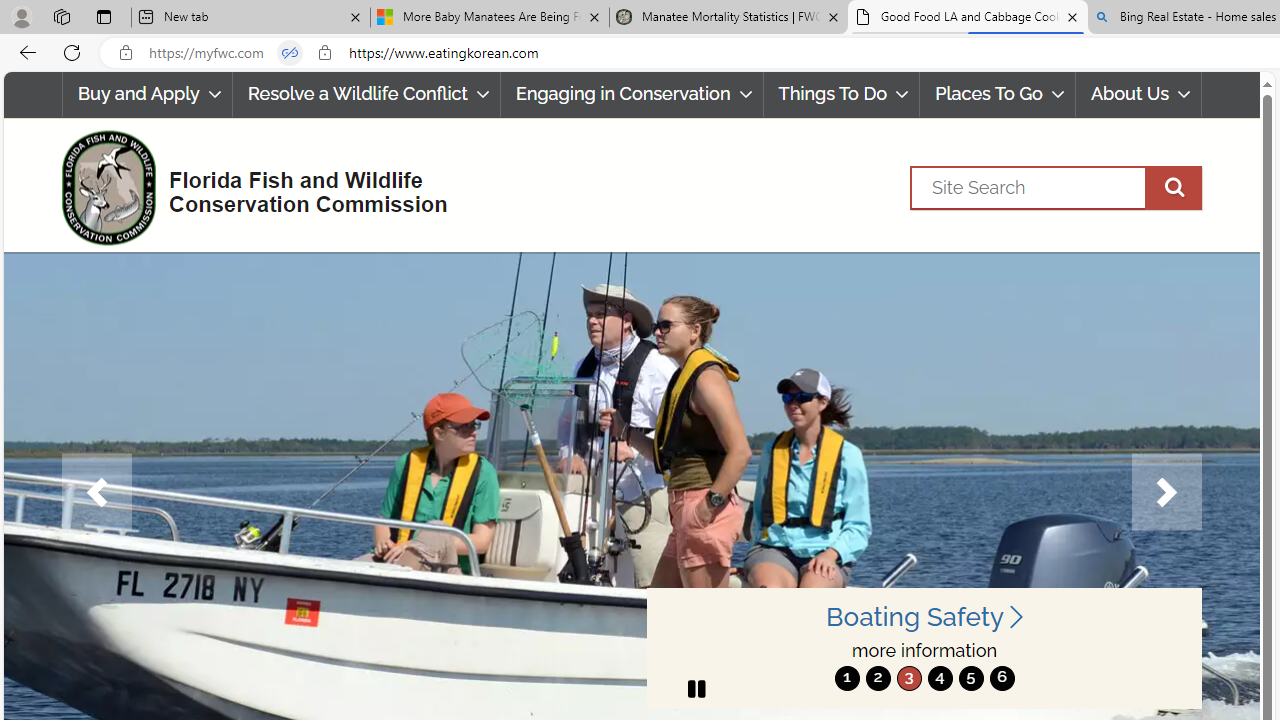 This screenshot has height=720, width=1280. What do you see at coordinates (1139, 94) in the screenshot?
I see `'About Us'` at bounding box center [1139, 94].